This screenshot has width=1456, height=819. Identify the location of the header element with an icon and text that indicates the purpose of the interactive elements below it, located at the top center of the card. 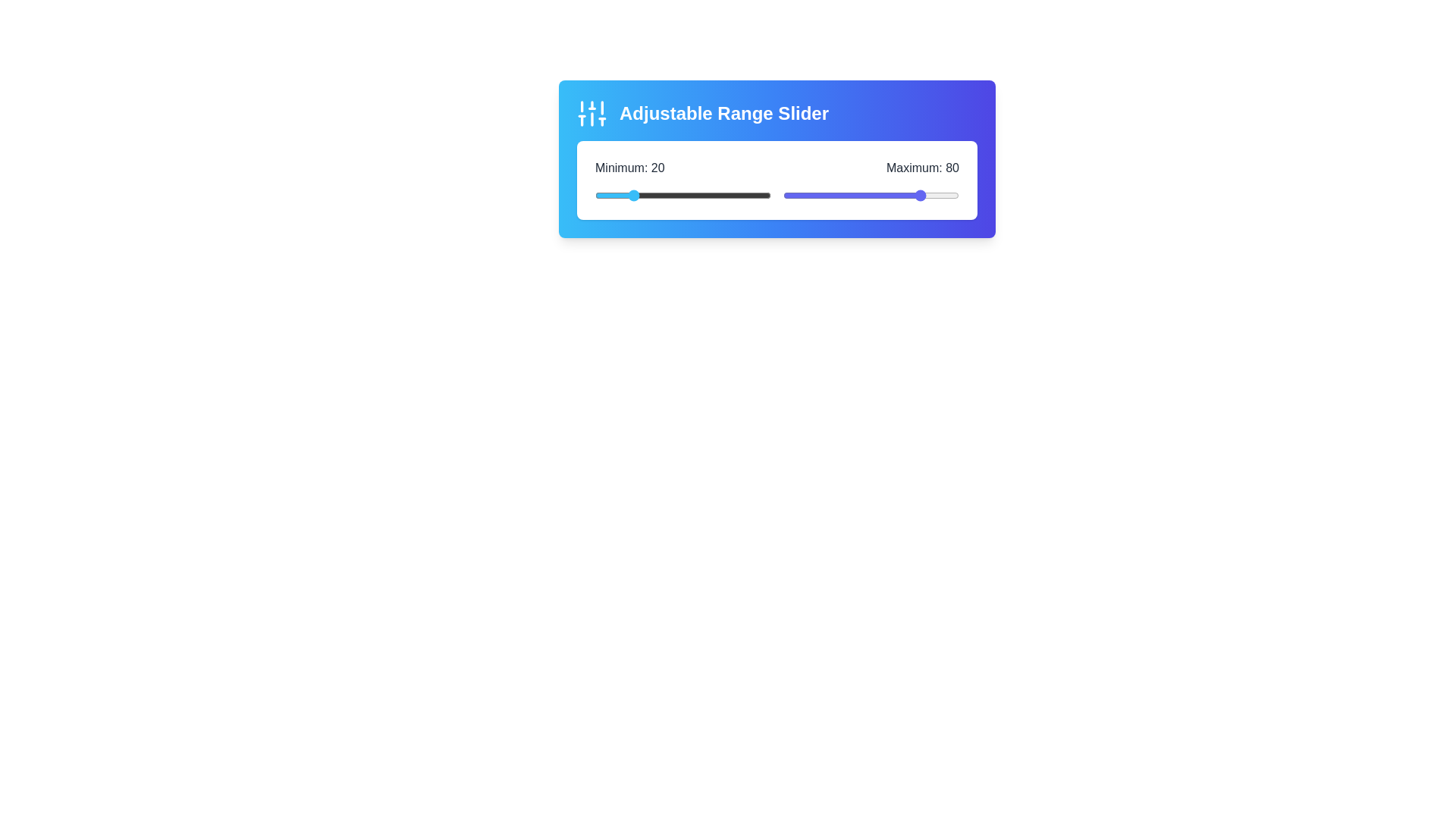
(777, 113).